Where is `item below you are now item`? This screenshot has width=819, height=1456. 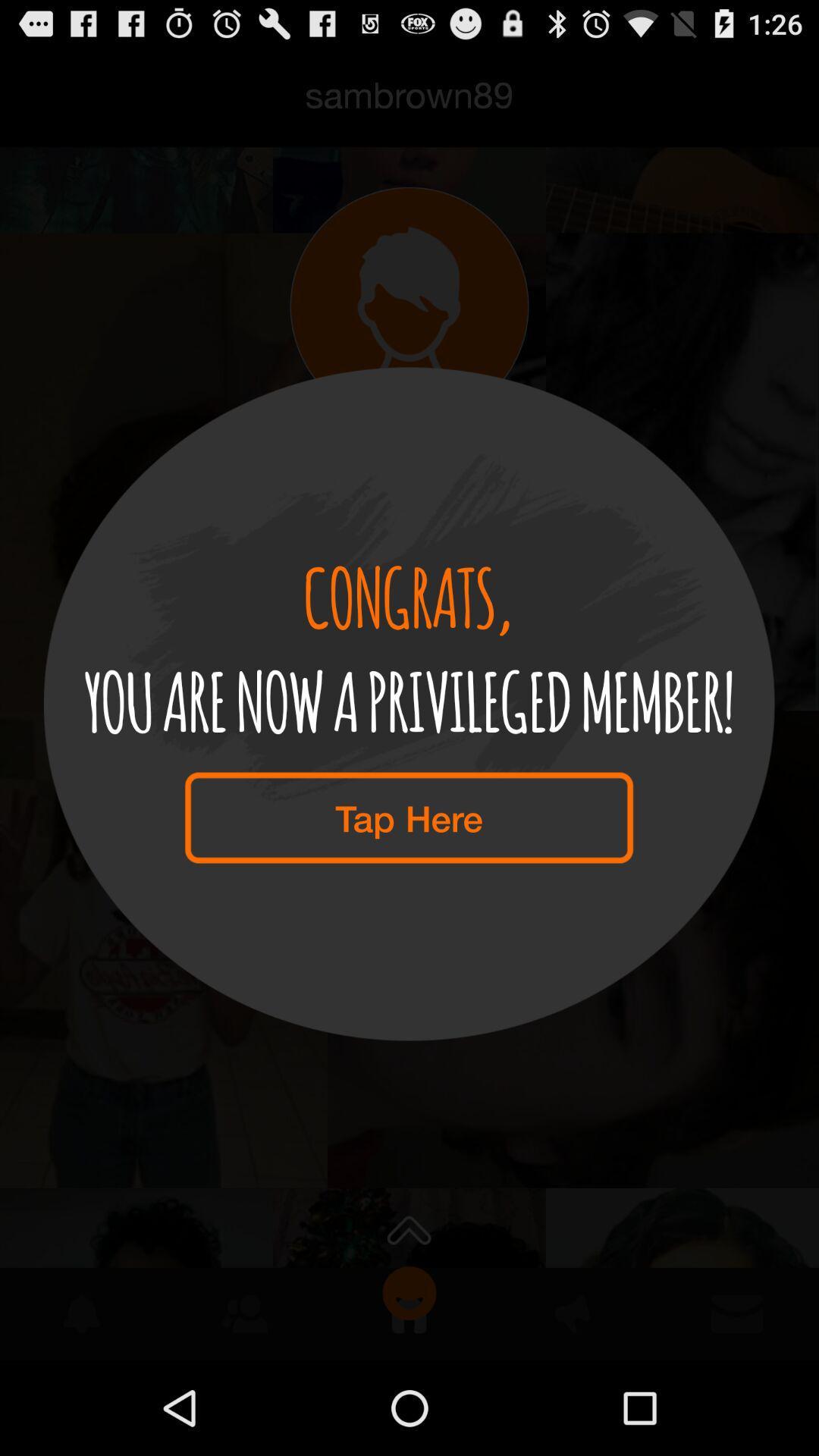
item below you are now item is located at coordinates (408, 817).